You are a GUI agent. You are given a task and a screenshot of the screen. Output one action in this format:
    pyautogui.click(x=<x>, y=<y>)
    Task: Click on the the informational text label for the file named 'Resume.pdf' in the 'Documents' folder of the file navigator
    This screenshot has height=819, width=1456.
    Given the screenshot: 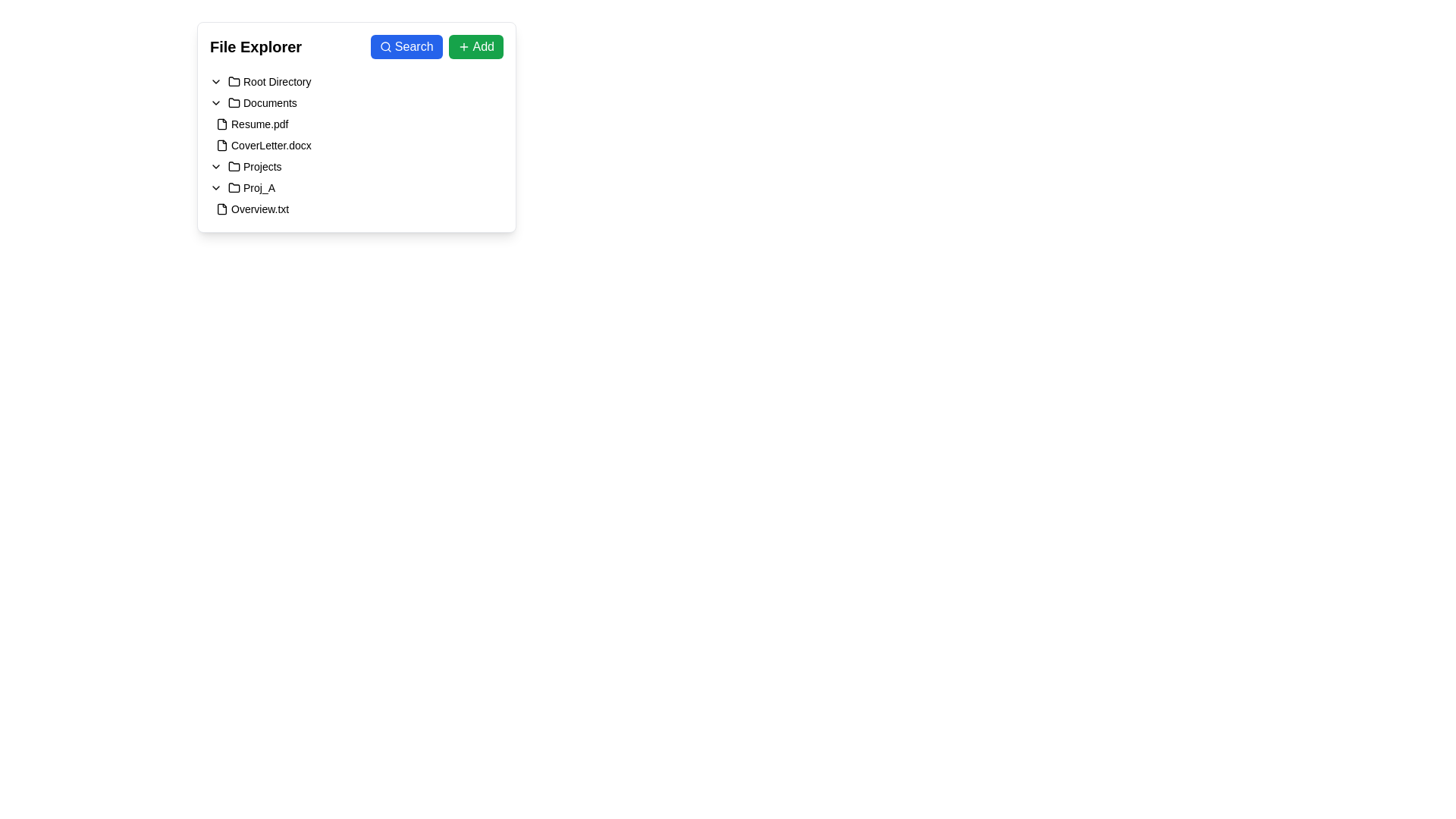 What is the action you would take?
    pyautogui.click(x=259, y=124)
    